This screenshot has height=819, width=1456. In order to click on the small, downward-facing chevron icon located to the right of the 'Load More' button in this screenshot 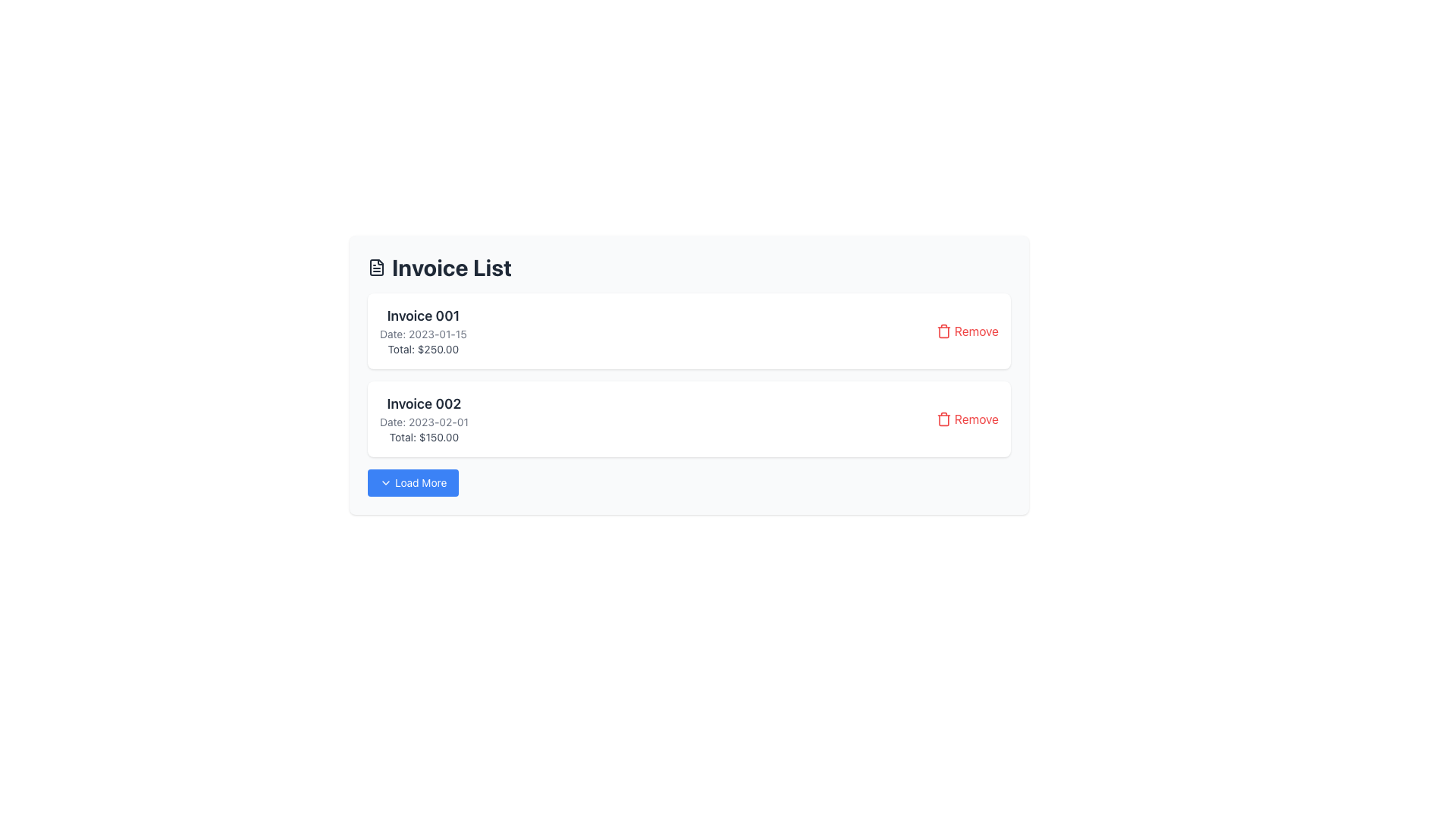, I will do `click(385, 482)`.